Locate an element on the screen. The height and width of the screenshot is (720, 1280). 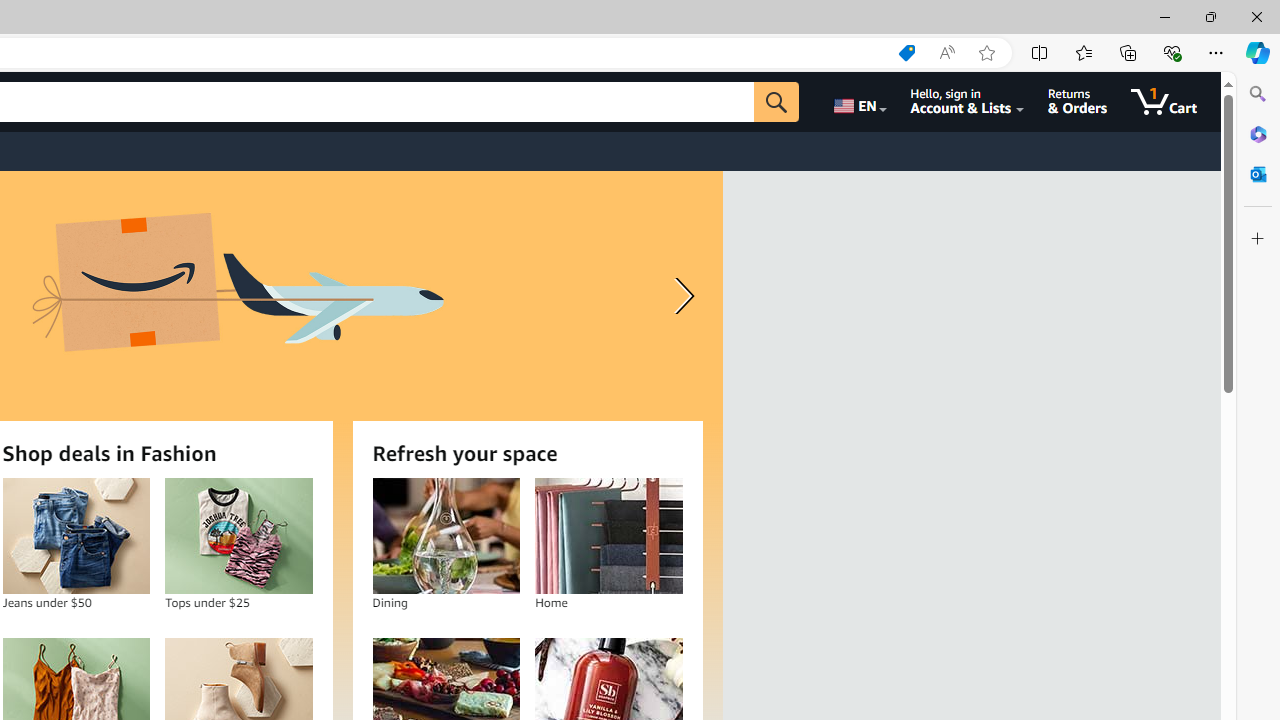
'1 item in cart' is located at coordinates (1164, 101).